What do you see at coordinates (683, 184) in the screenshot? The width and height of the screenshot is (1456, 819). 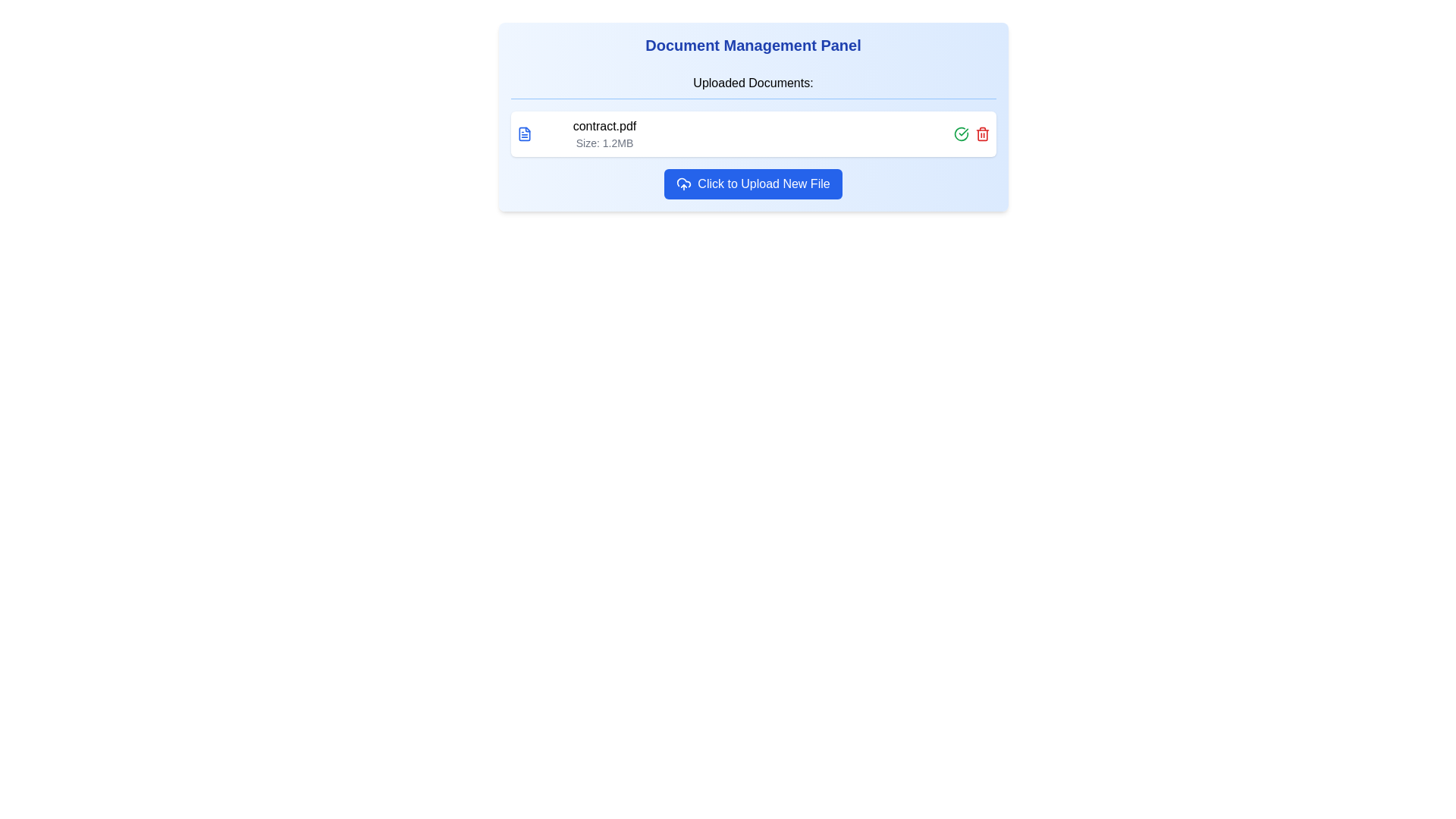 I see `the upload icon located inside a blue button, which is positioned to the left of the text 'Click to Upload New File'` at bounding box center [683, 184].